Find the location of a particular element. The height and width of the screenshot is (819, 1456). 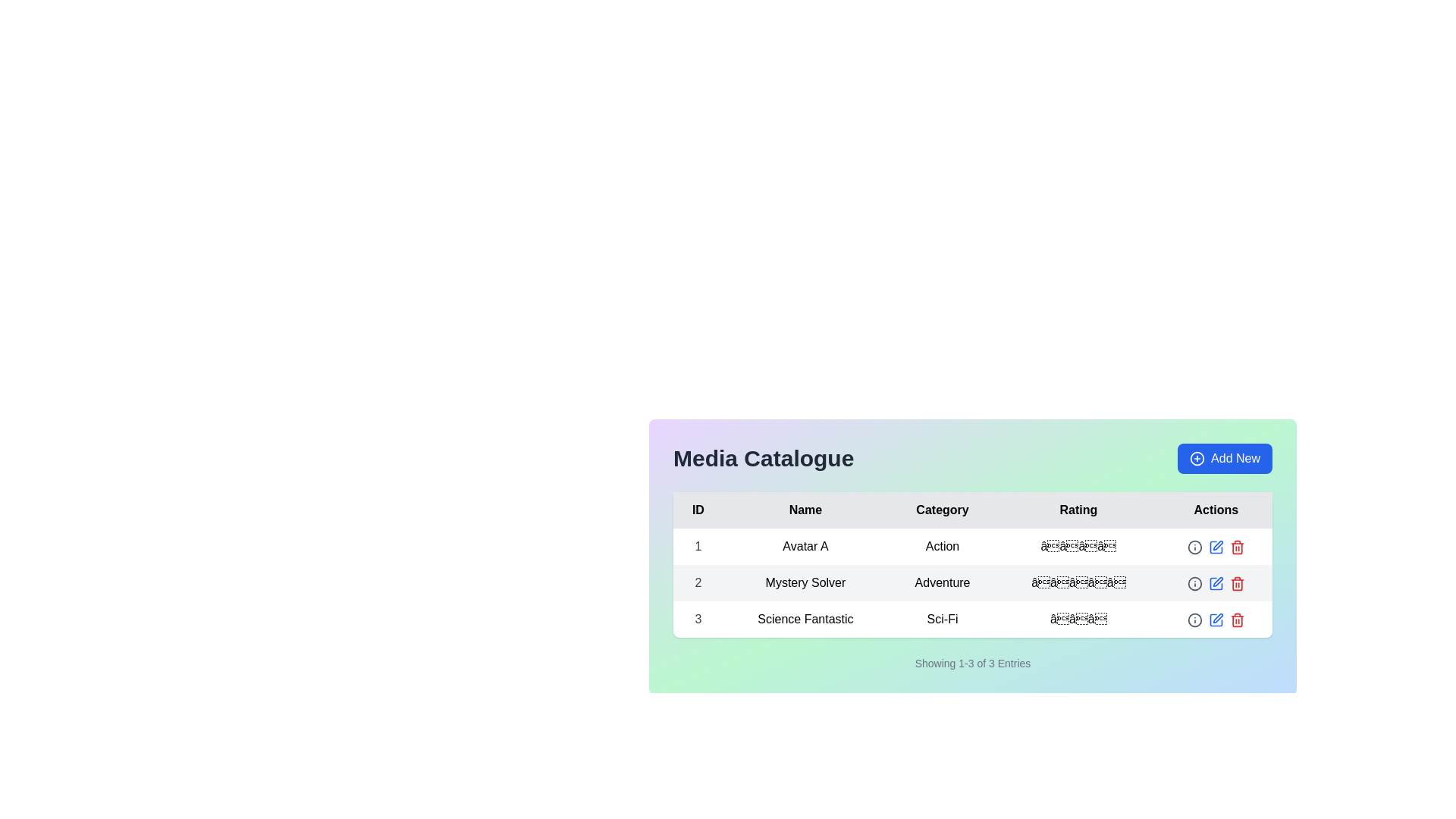

the circular graphic within the SVG icon, which has a thin black stroke and no fill, located in the 'Actions' column of the first row in the visible table, adjacent to the 'Rating' column is located at coordinates (1194, 547).